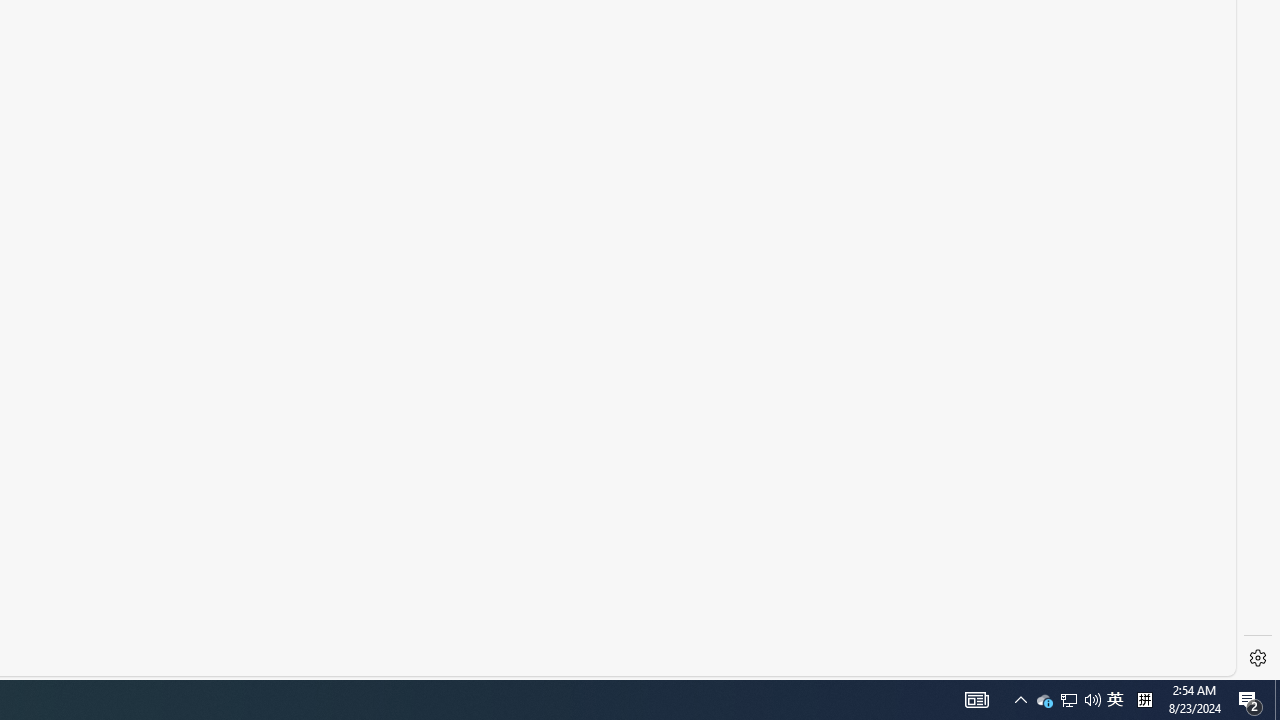 The height and width of the screenshot is (720, 1280). What do you see at coordinates (1020, 698) in the screenshot?
I see `'AutomationID: 4105'` at bounding box center [1020, 698].